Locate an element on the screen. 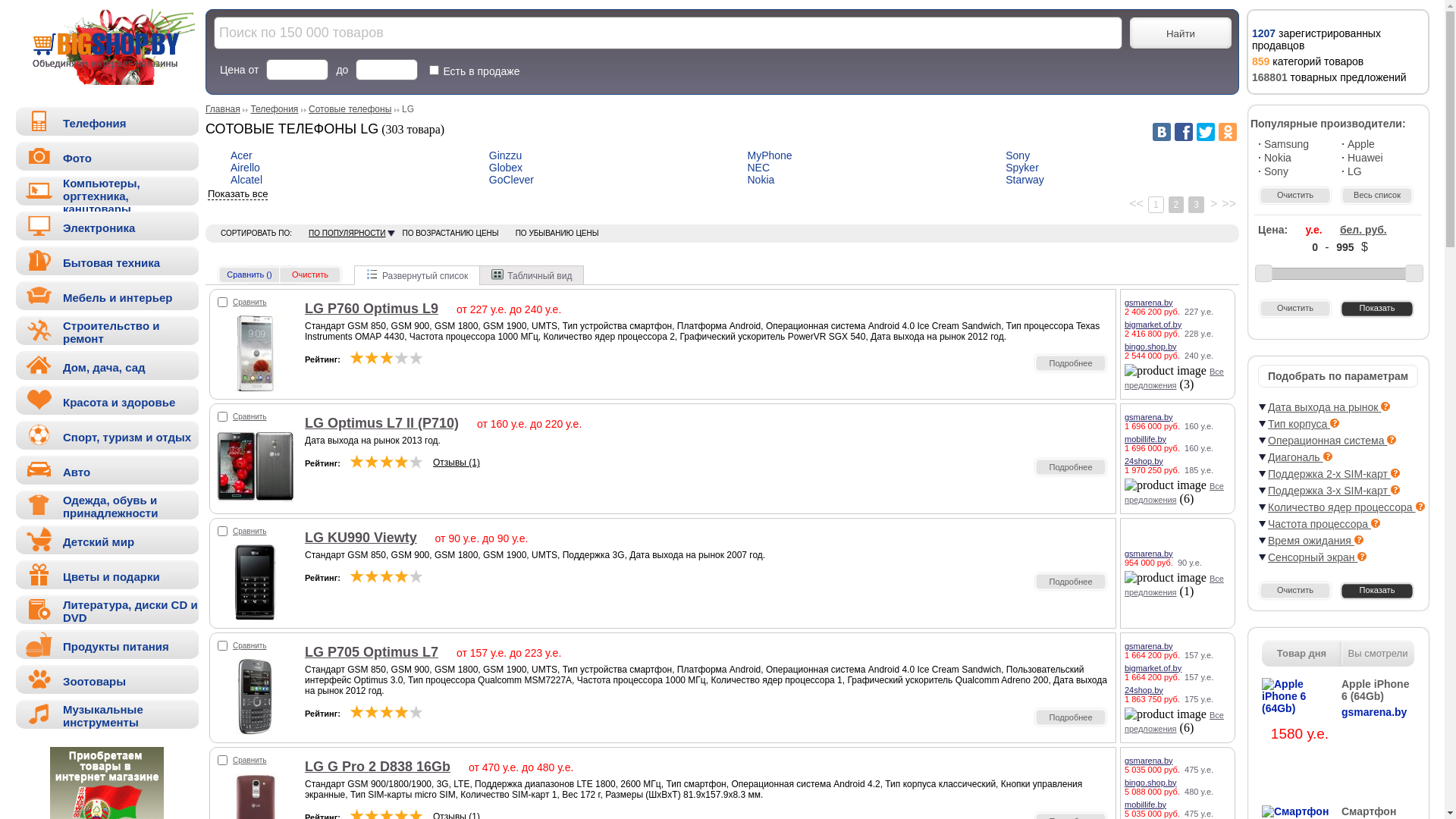 The width and height of the screenshot is (1456, 819). 'Starway' is located at coordinates (1005, 178).